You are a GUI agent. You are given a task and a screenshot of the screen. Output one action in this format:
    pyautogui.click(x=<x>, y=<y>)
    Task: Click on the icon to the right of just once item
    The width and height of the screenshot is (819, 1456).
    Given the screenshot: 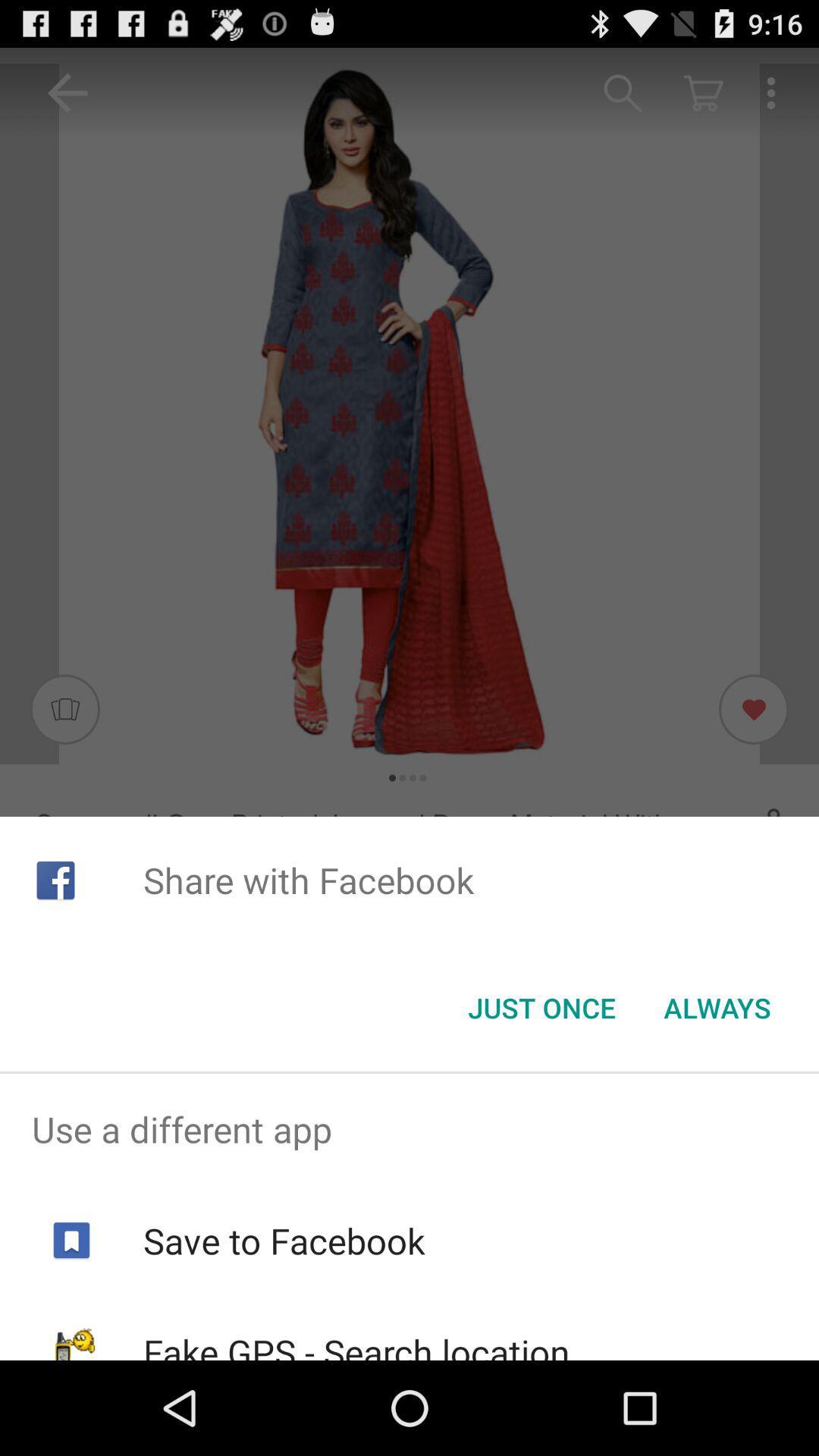 What is the action you would take?
    pyautogui.click(x=717, y=1008)
    